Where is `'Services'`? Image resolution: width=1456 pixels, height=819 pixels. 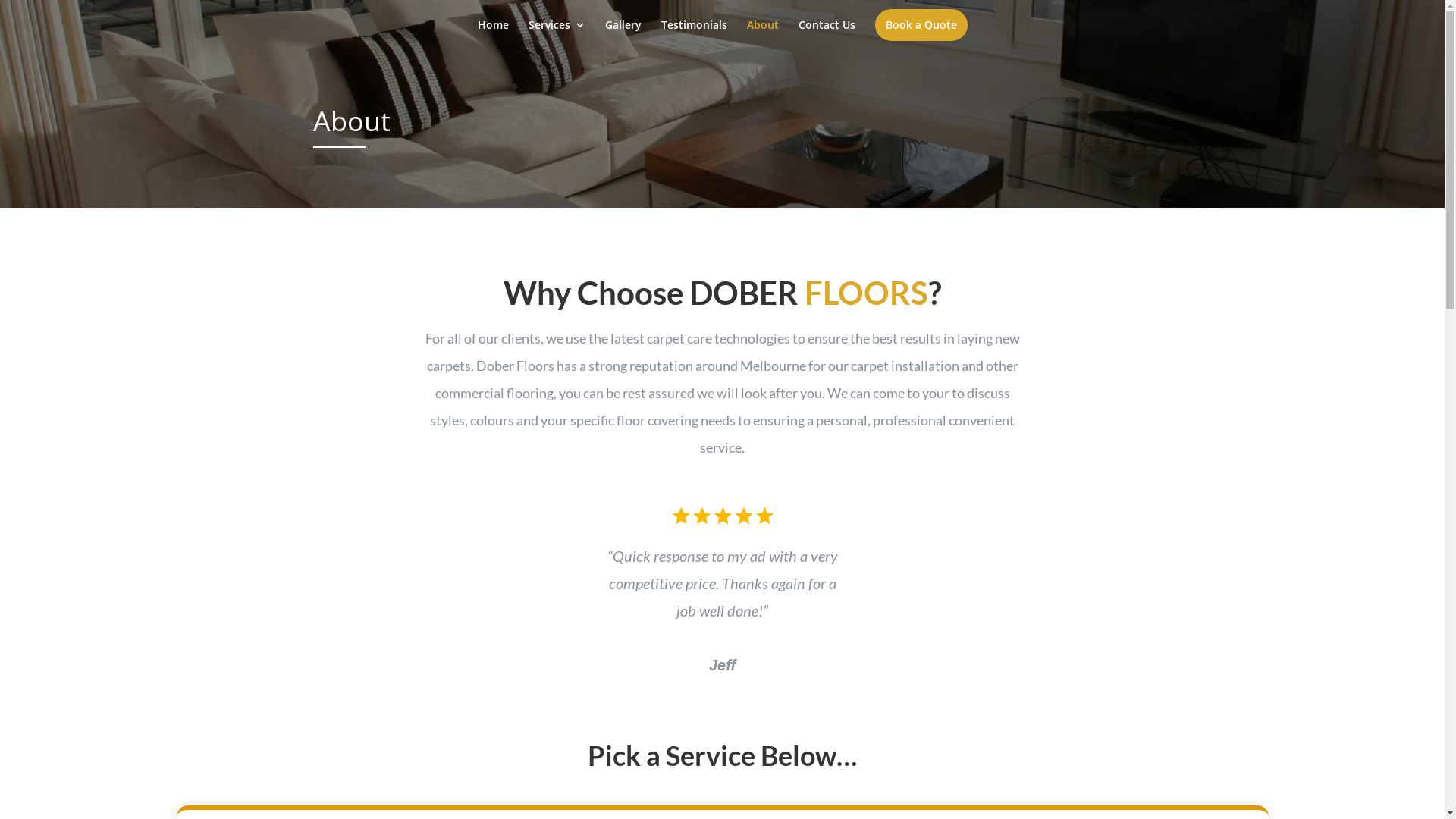 'Services' is located at coordinates (528, 34).